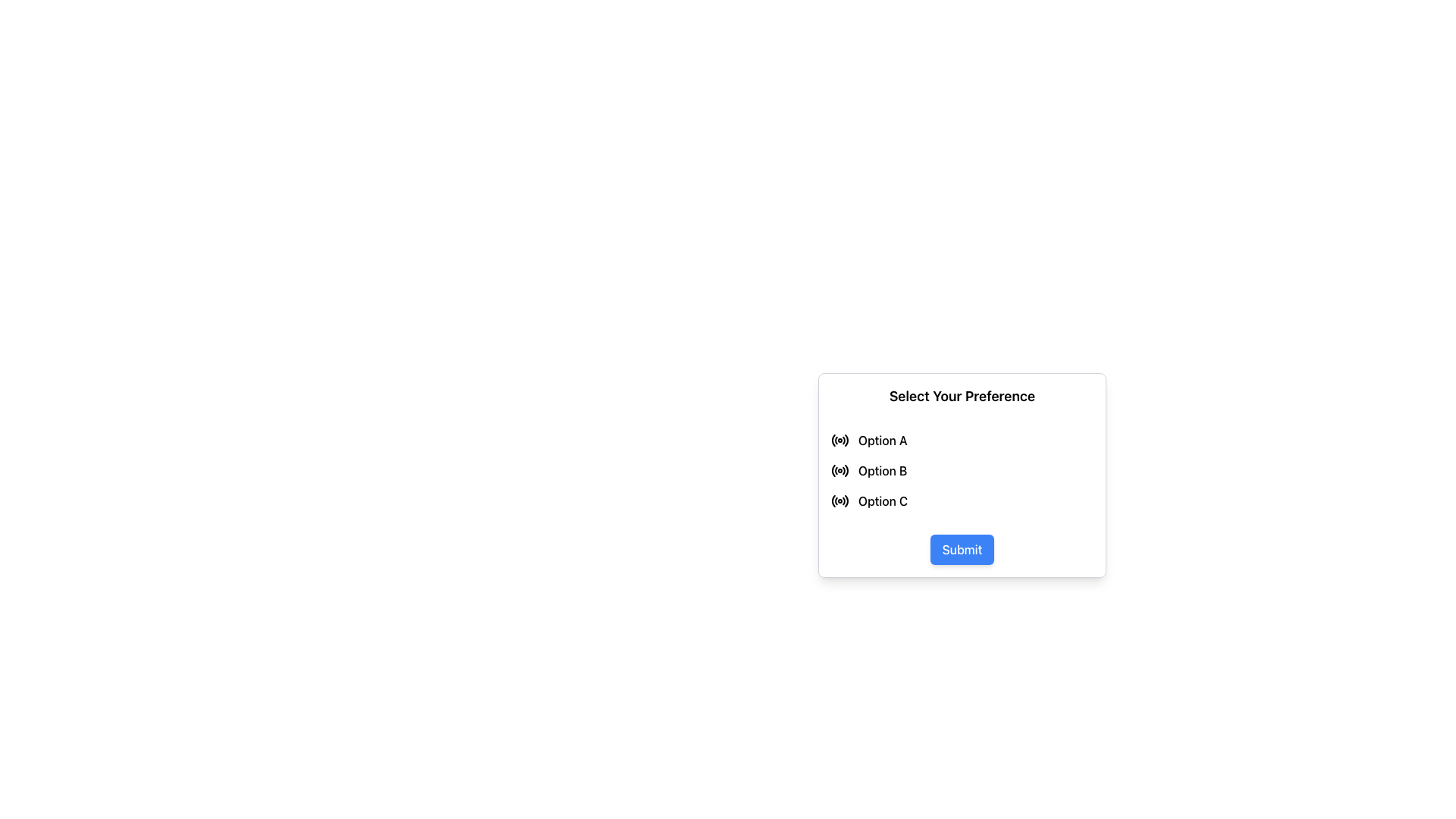 This screenshot has height=819, width=1456. I want to click on the 'Submit' button which has a blue background and white text, located at the bottom-center of the preference selection card, so click(961, 550).